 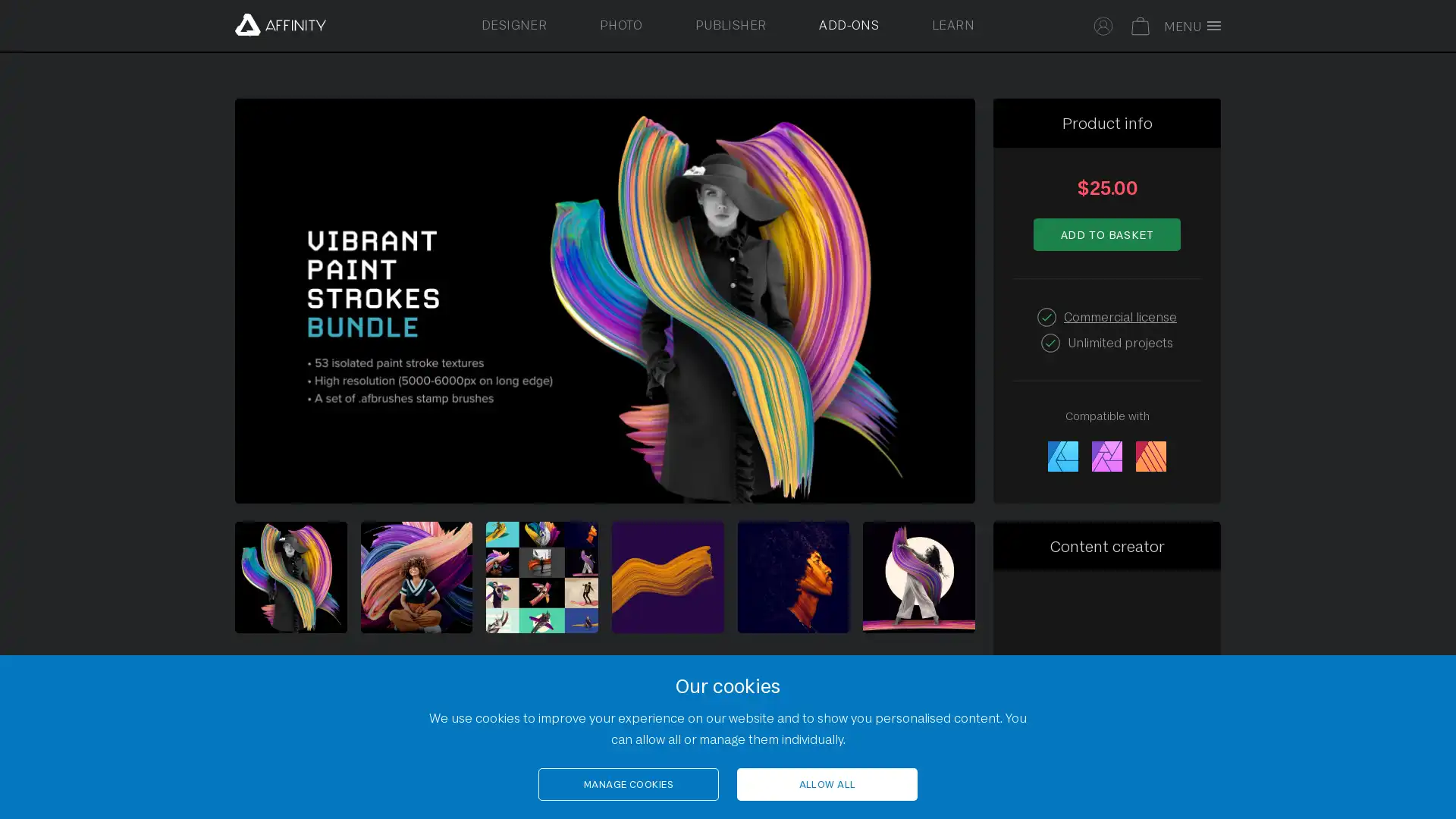 I want to click on Select to view image 4, so click(x=667, y=576).